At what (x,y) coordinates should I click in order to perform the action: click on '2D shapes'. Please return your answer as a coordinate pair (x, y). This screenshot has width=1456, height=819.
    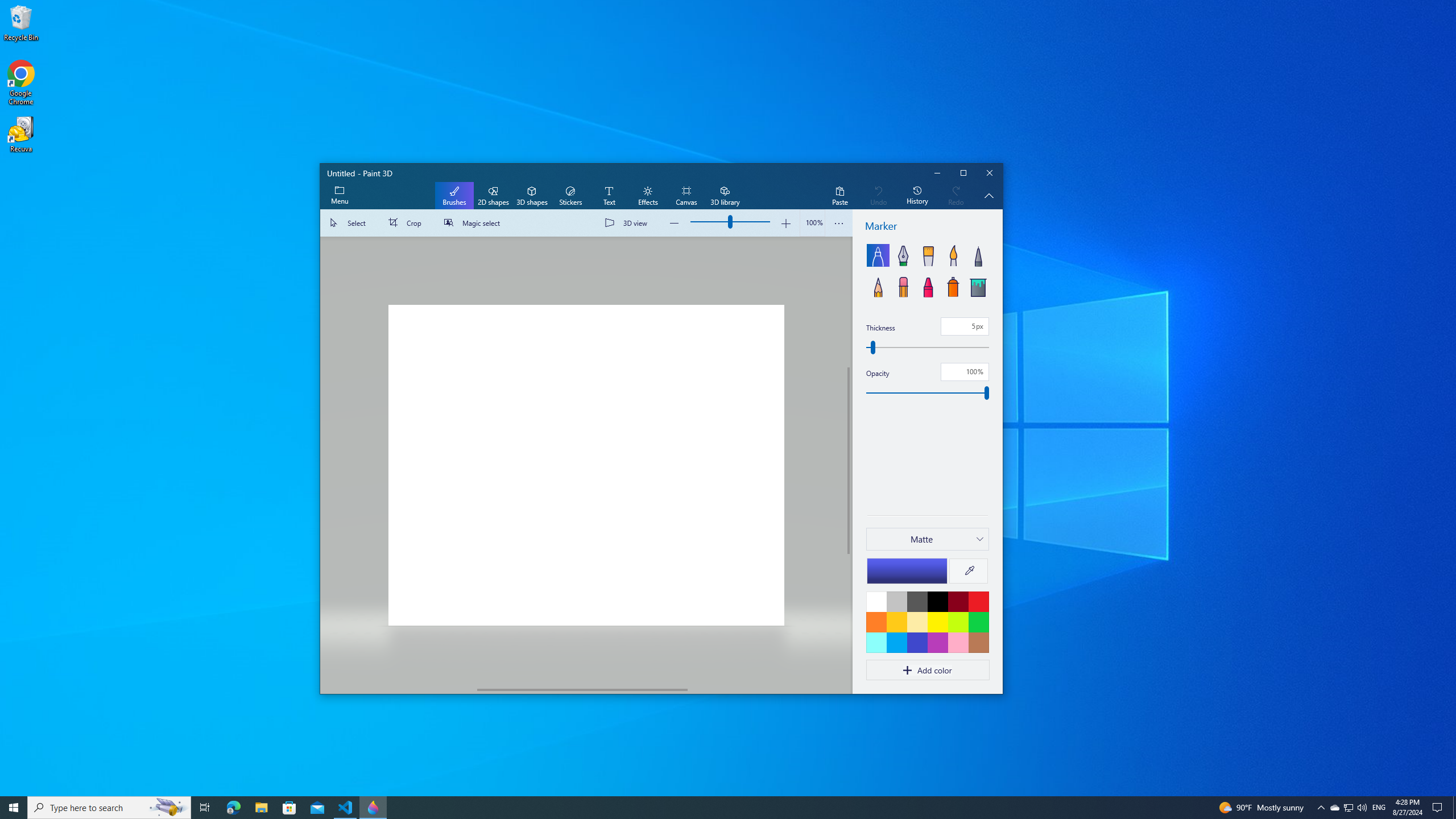
    Looking at the image, I should click on (492, 196).